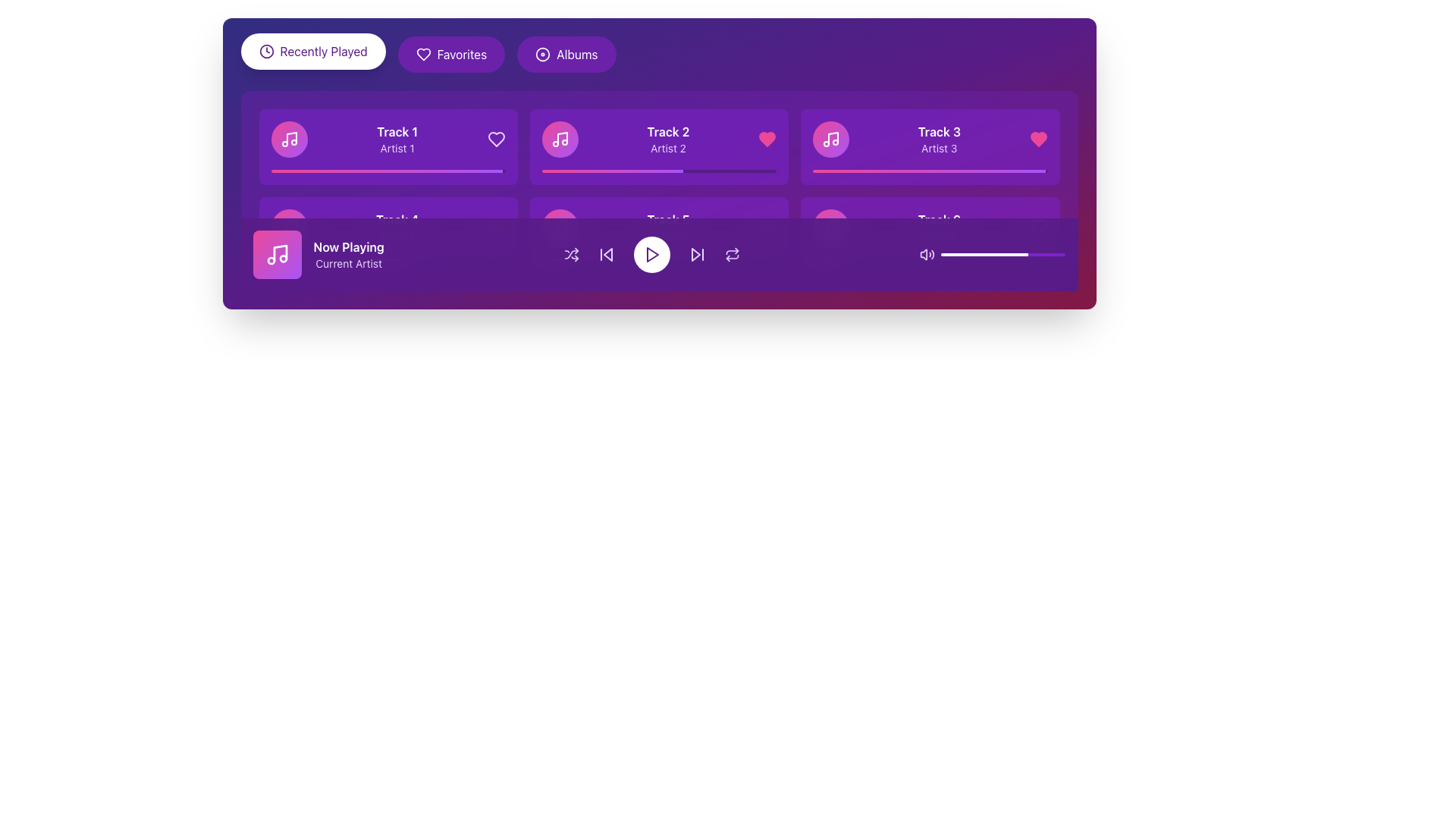 The image size is (1456, 819). What do you see at coordinates (652, 253) in the screenshot?
I see `the music play/pause button located at the center of the music control section, which is surrounded by 'skip backward' and 'skip forward' buttons` at bounding box center [652, 253].